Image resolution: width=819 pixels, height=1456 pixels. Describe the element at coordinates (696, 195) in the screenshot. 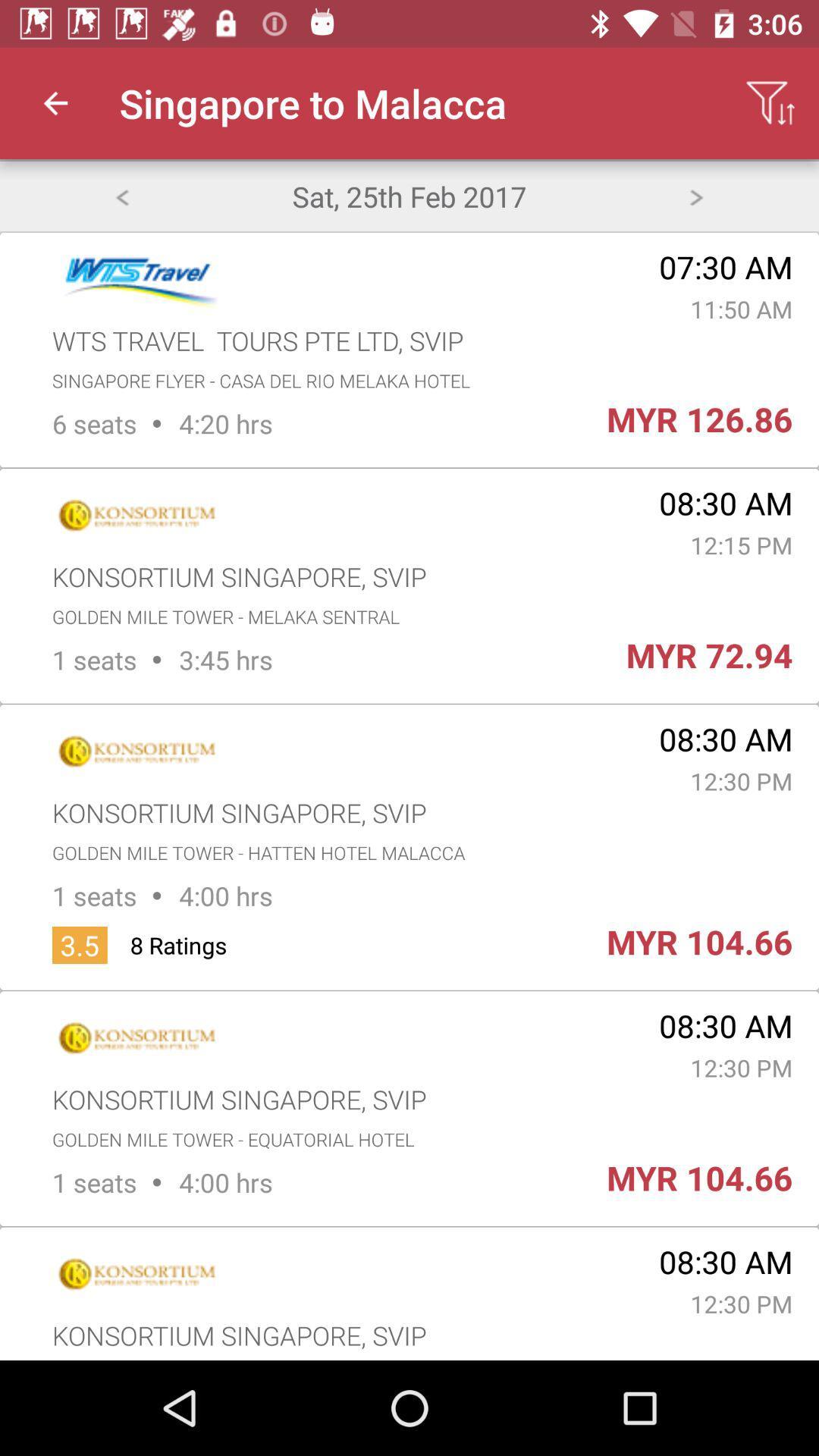

I see `the arrow_forward icon` at that location.